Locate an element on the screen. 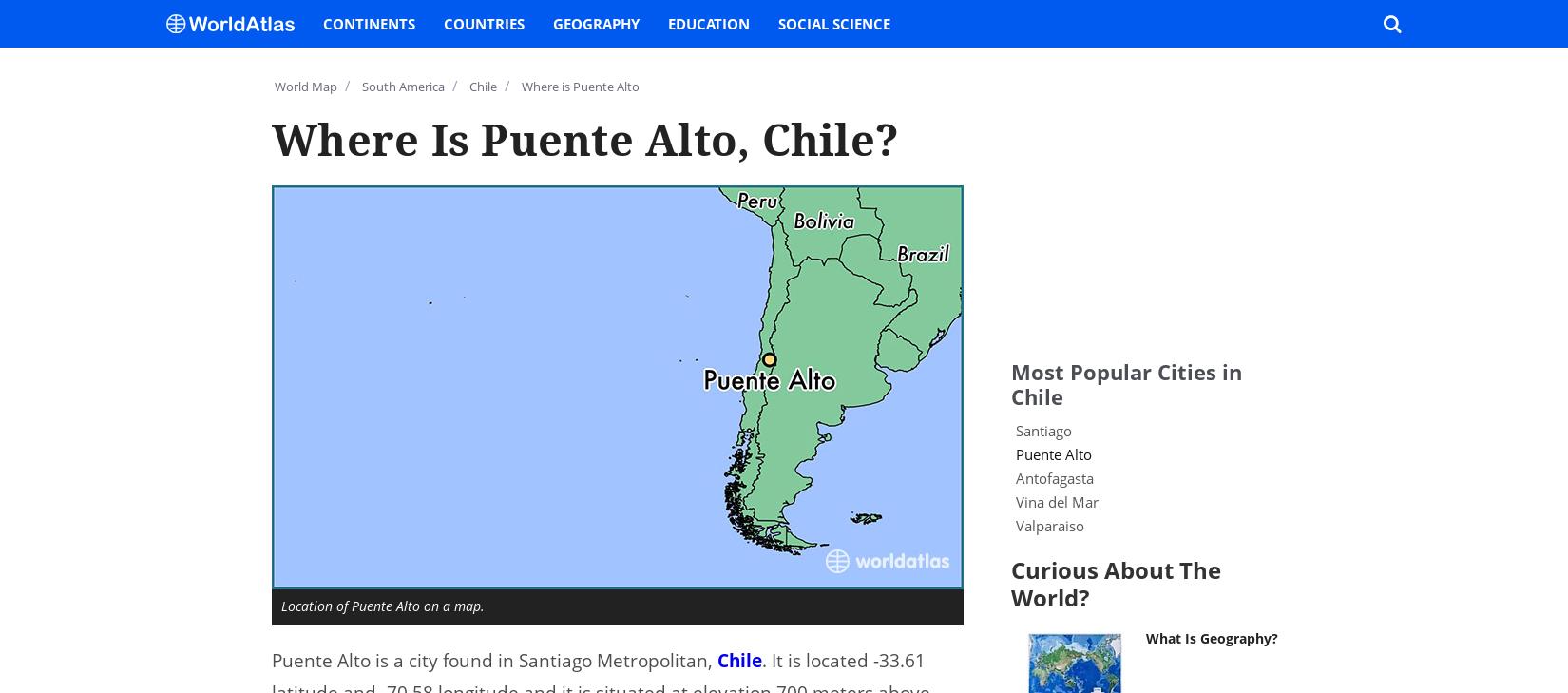 The image size is (1568, 693). 'Santiago' is located at coordinates (1042, 429).